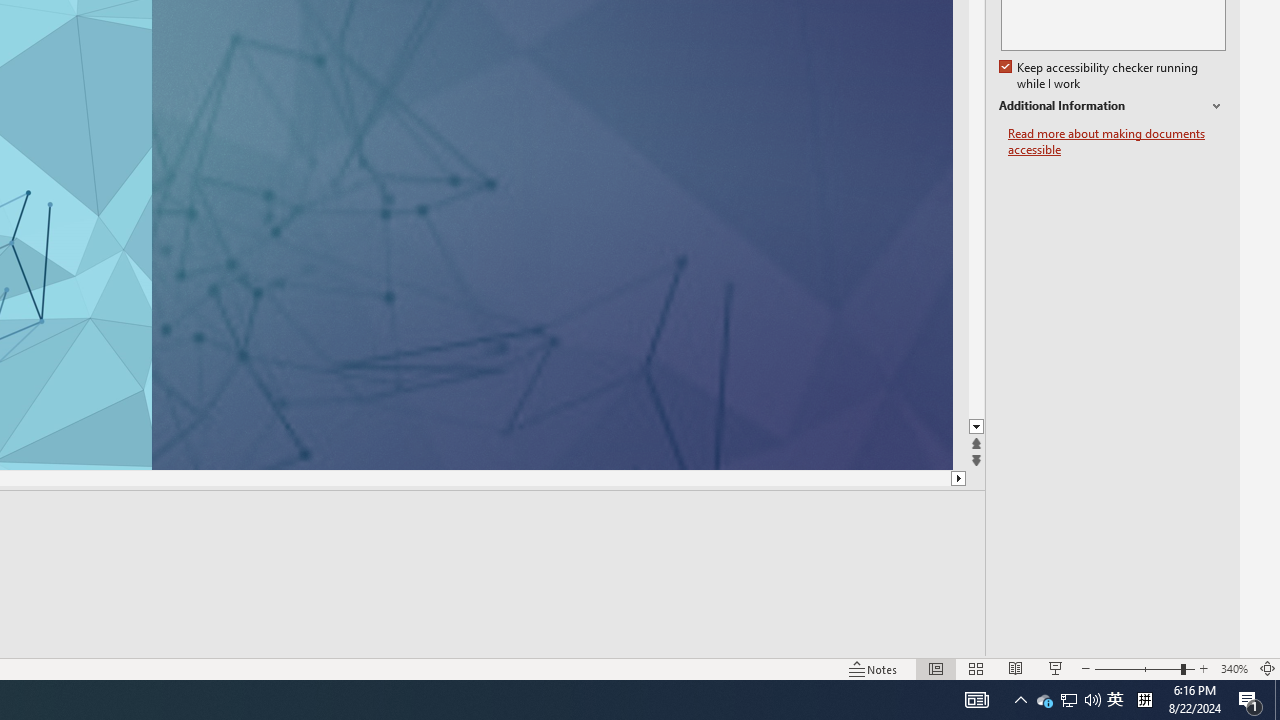 The height and width of the screenshot is (720, 1280). Describe the element at coordinates (1233, 669) in the screenshot. I see `'Zoom 340%'` at that location.